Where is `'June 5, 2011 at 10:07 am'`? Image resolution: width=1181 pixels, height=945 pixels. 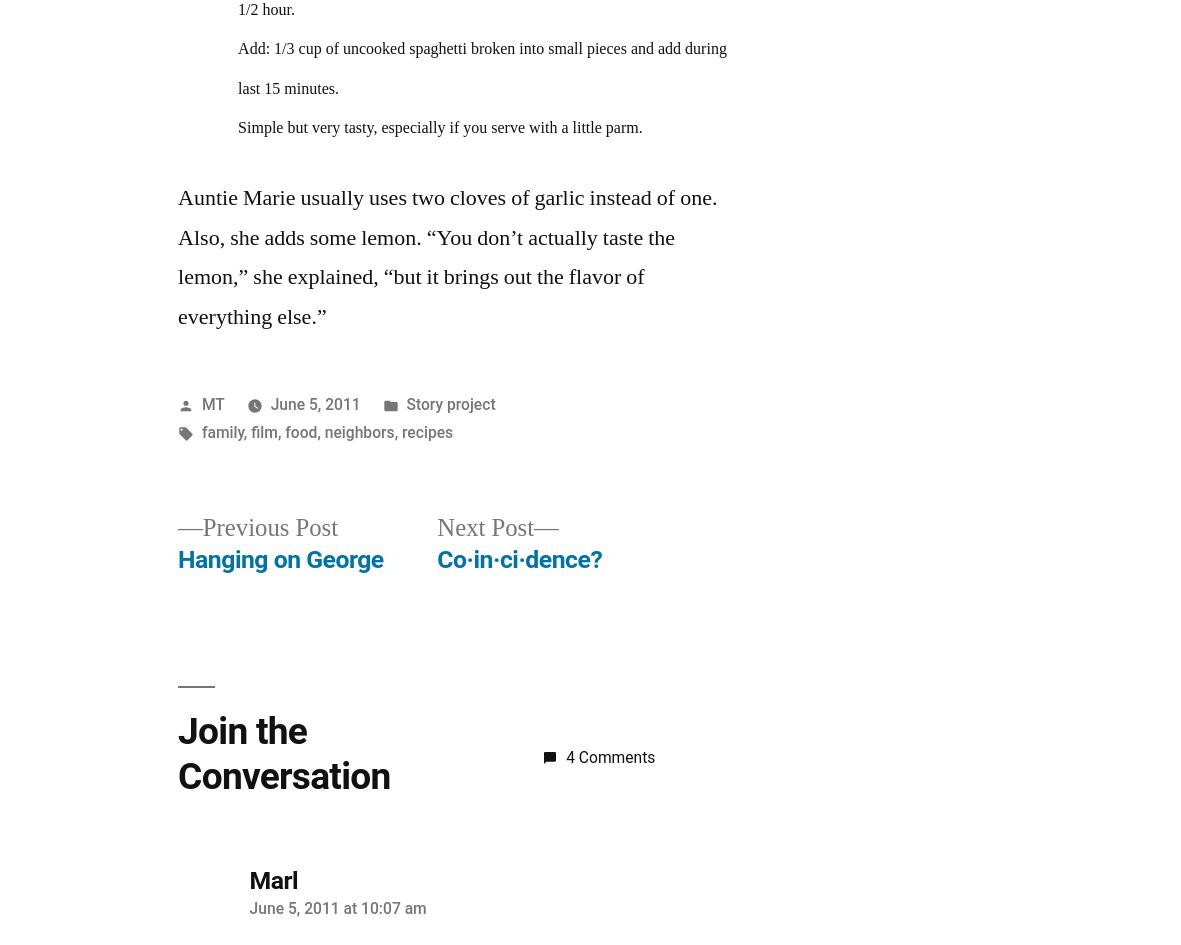
'June 5, 2011 at 10:07 am' is located at coordinates (336, 907).